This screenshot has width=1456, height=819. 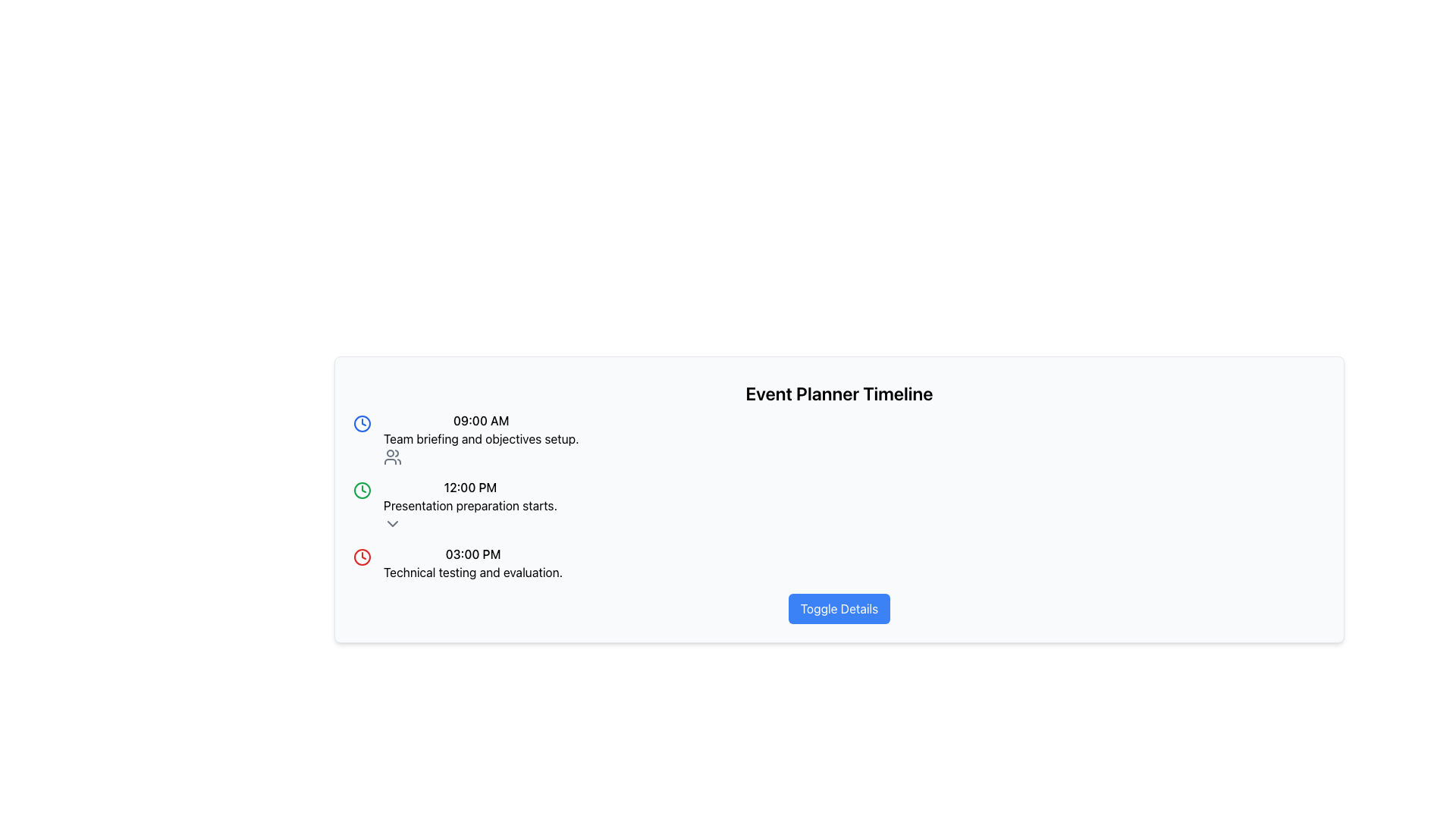 What do you see at coordinates (480, 438) in the screenshot?
I see `the Text Block element displaying '09:00 AM' and 'Team briefing and objectives setup.' positioned under the 'Event Planner Timeline'` at bounding box center [480, 438].